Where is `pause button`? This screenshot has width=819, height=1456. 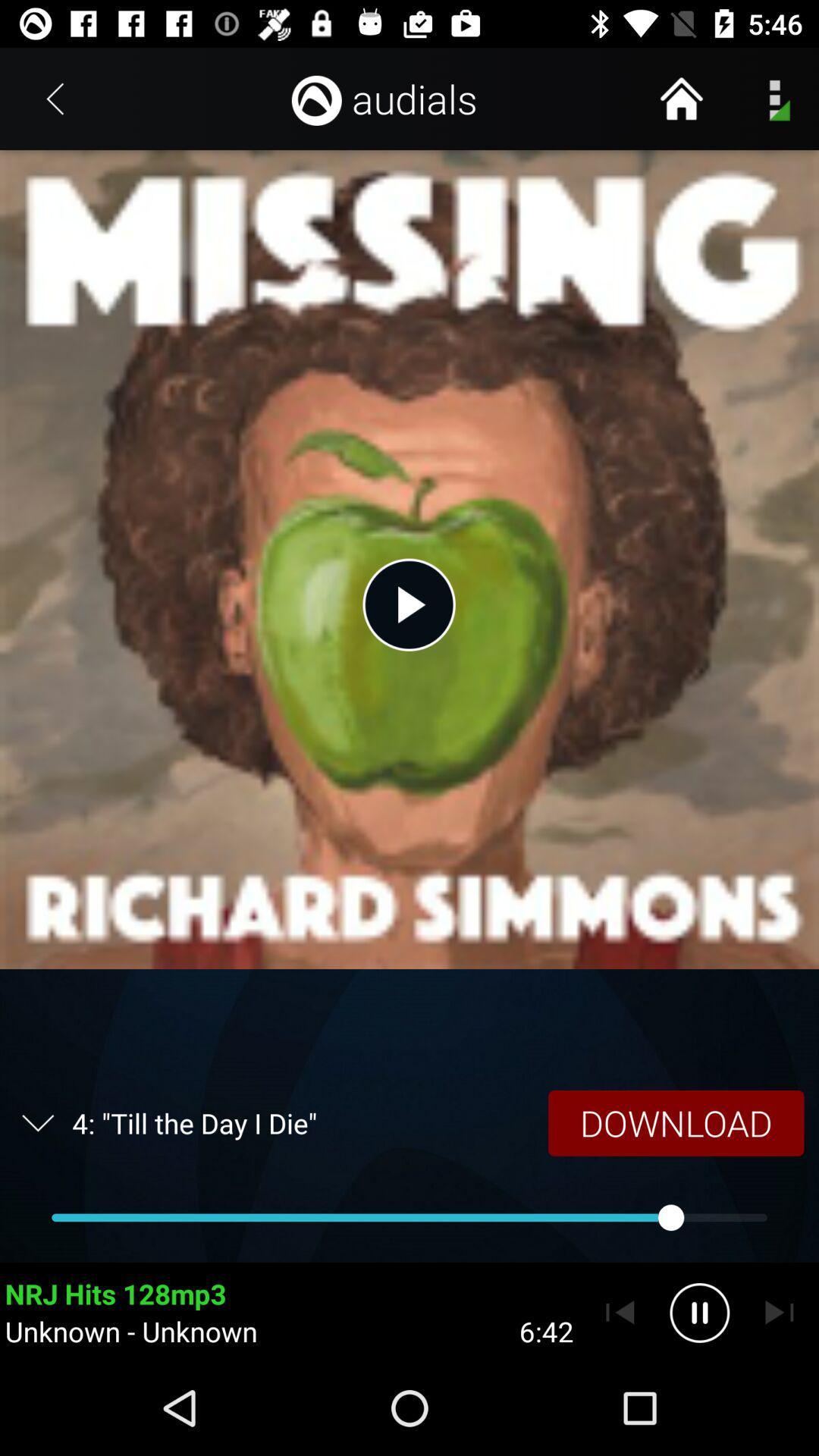
pause button is located at coordinates (699, 1312).